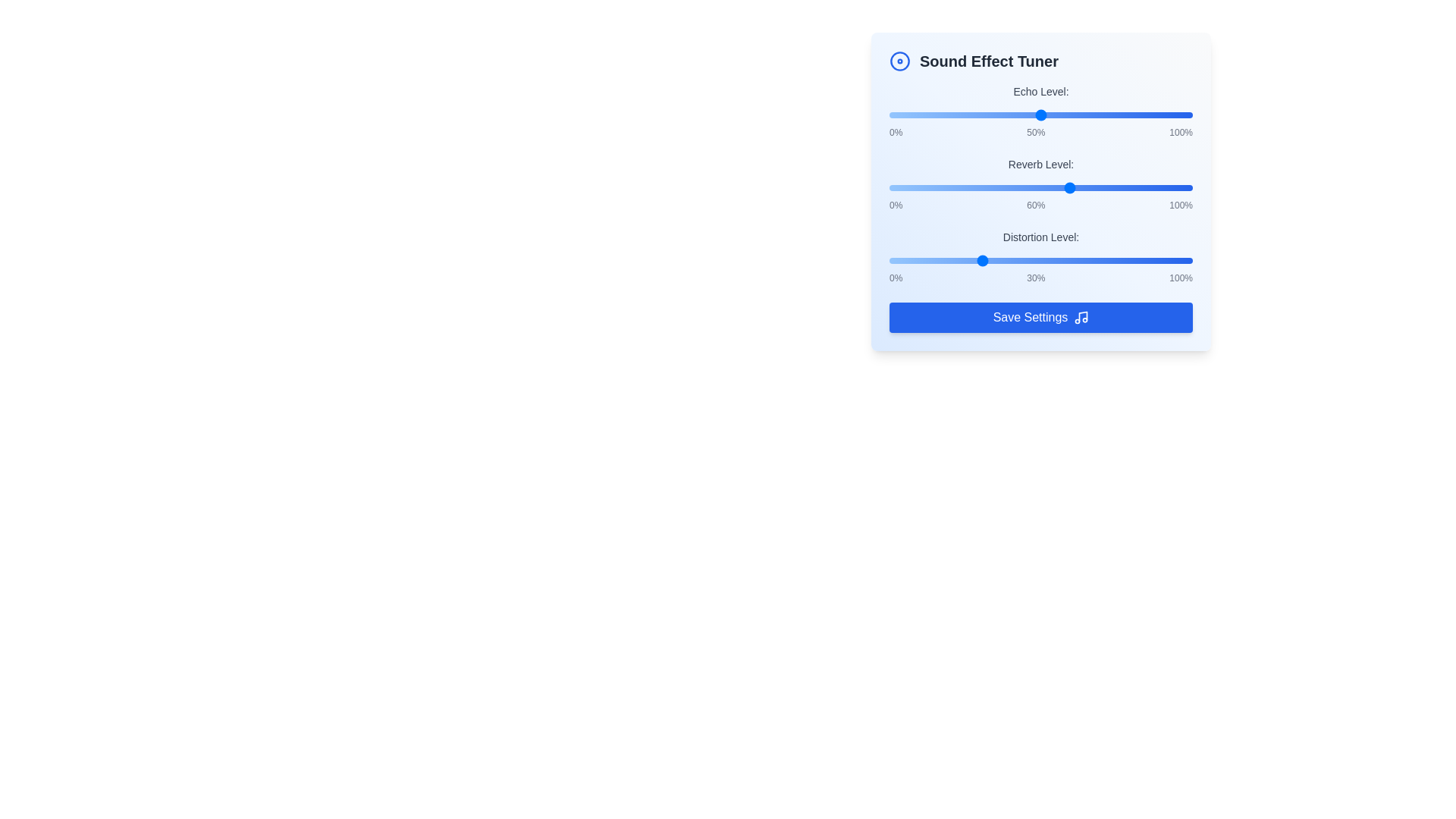 Image resolution: width=1456 pixels, height=819 pixels. I want to click on the 'Echo Level' slider to 75%, so click(1117, 114).